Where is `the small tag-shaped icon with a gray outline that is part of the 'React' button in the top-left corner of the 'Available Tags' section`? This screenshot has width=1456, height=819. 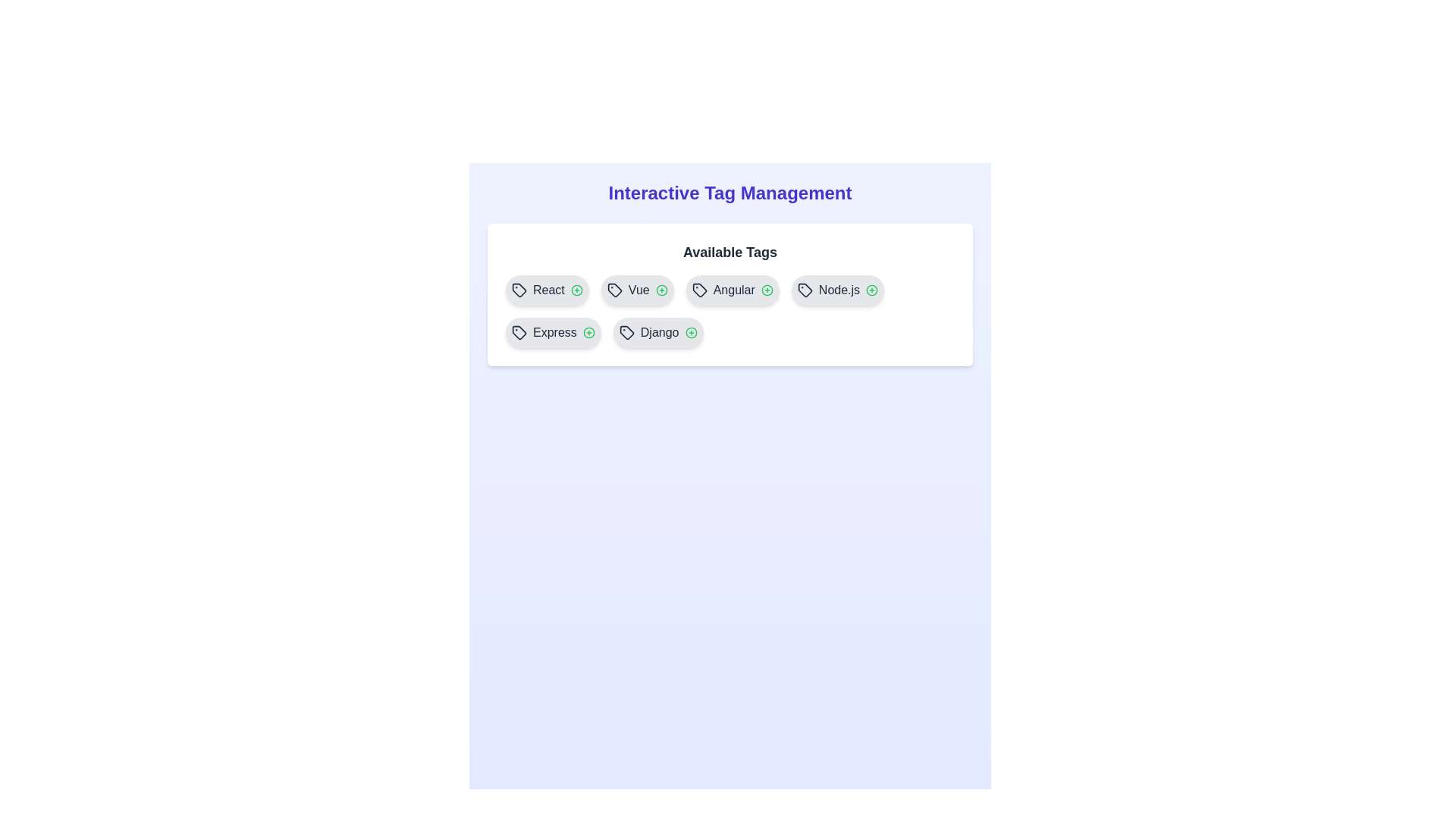
the small tag-shaped icon with a gray outline that is part of the 'React' button in the top-left corner of the 'Available Tags' section is located at coordinates (519, 290).